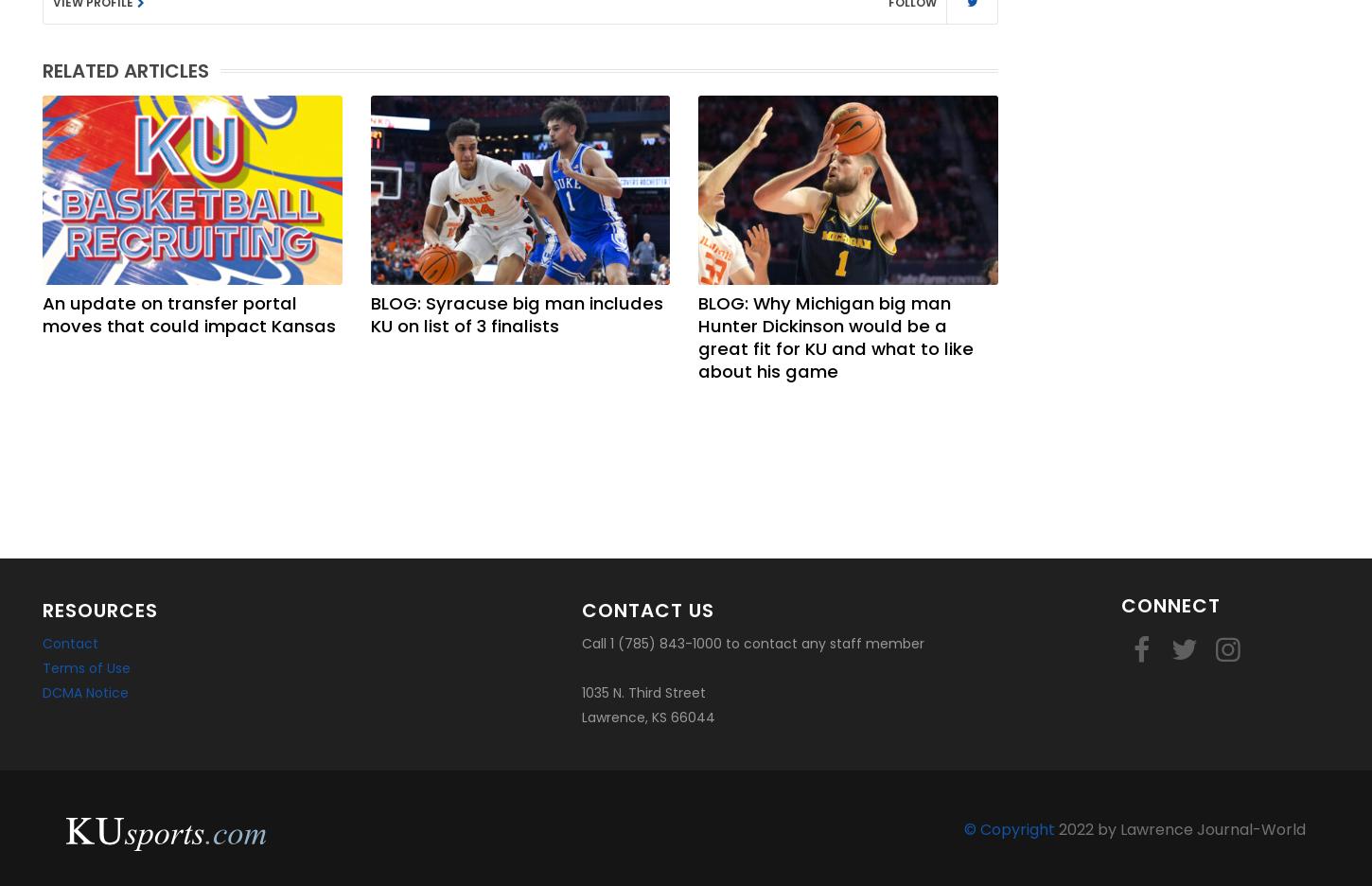 The height and width of the screenshot is (886, 1372). What do you see at coordinates (964, 828) in the screenshot?
I see `'© Copyright'` at bounding box center [964, 828].